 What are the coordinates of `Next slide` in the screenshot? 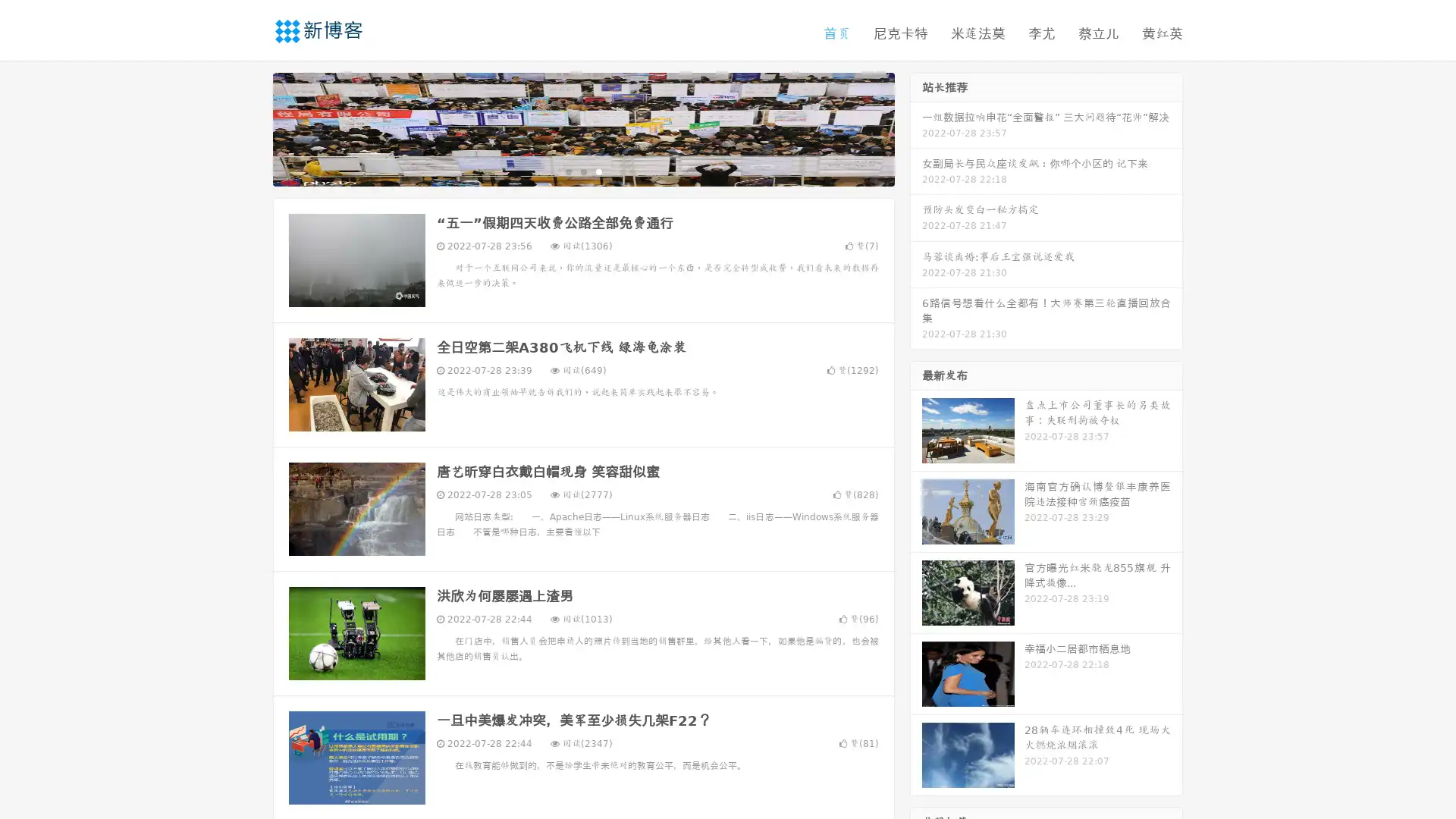 It's located at (916, 127).